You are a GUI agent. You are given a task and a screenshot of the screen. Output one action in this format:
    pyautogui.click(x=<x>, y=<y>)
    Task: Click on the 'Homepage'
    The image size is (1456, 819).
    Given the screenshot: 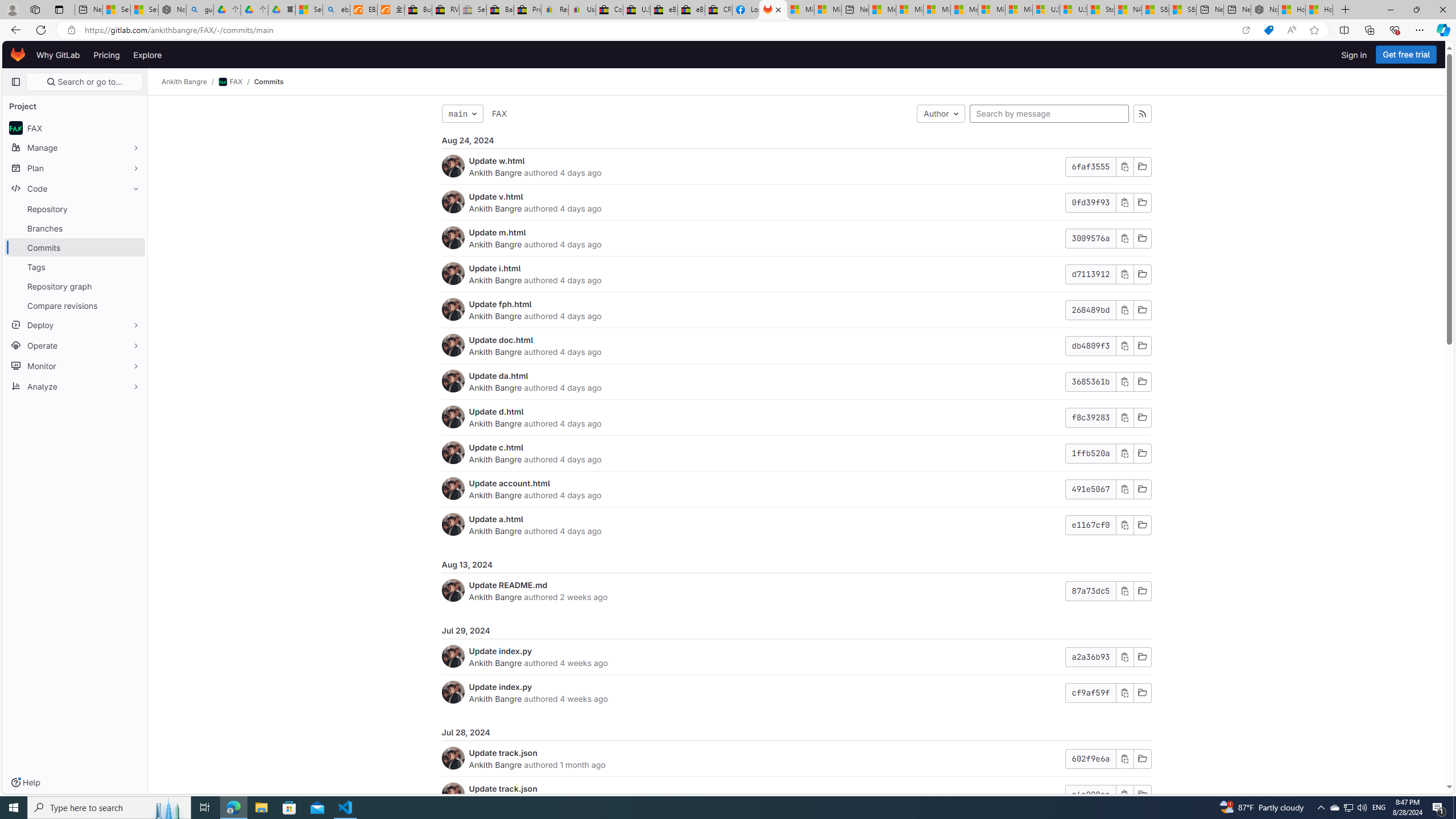 What is the action you would take?
    pyautogui.click(x=18, y=54)
    